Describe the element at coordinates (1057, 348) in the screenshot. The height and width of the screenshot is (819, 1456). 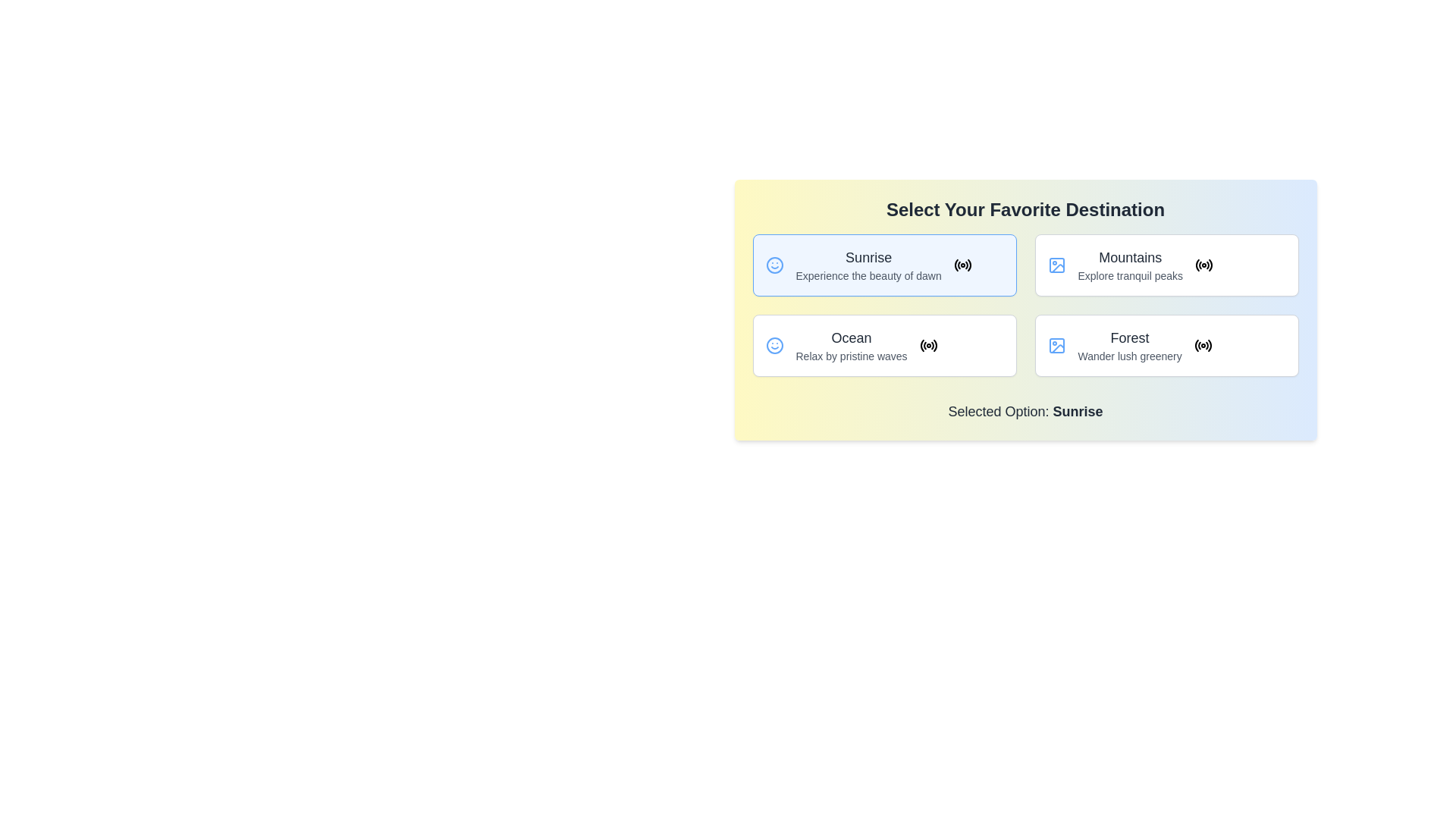
I see `the Decorative graphical UI component that is part of the 'Mountains' button, located in the top right corner of the interface` at that location.